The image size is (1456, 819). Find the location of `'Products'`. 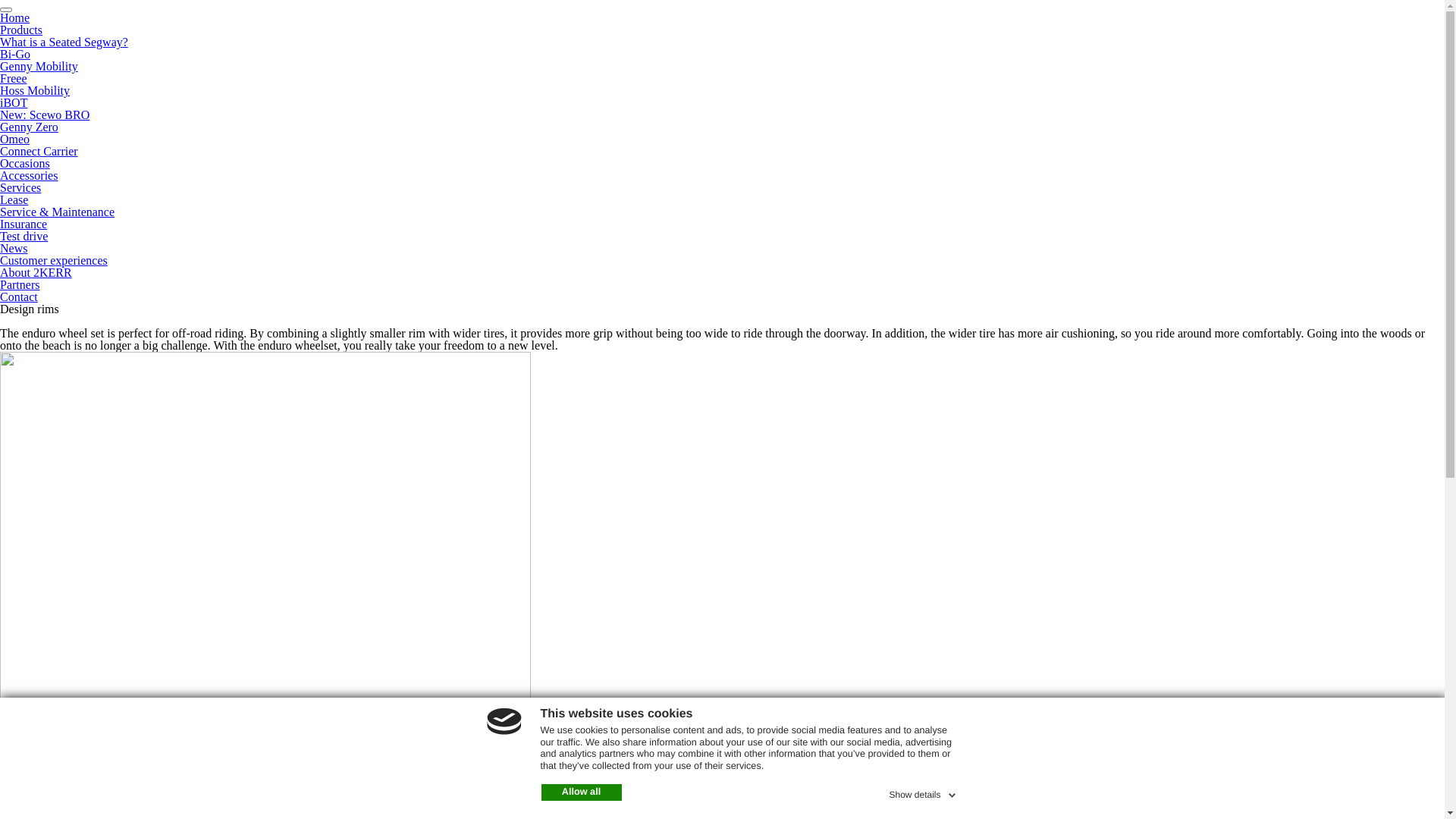

'Products' is located at coordinates (0, 30).